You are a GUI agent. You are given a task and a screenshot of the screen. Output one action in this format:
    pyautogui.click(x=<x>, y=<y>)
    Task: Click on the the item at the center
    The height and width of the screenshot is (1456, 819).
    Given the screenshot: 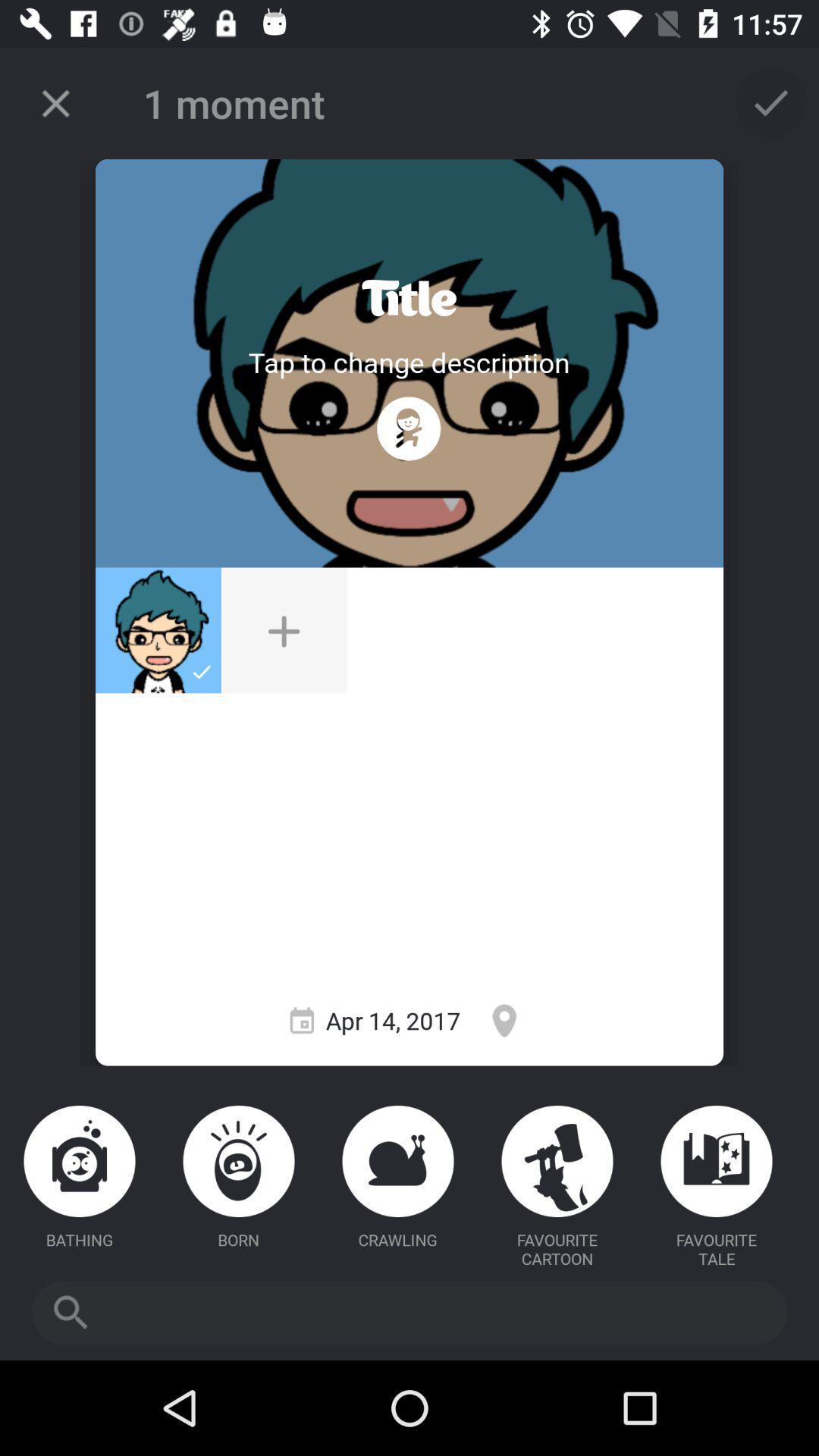 What is the action you would take?
    pyautogui.click(x=284, y=630)
    